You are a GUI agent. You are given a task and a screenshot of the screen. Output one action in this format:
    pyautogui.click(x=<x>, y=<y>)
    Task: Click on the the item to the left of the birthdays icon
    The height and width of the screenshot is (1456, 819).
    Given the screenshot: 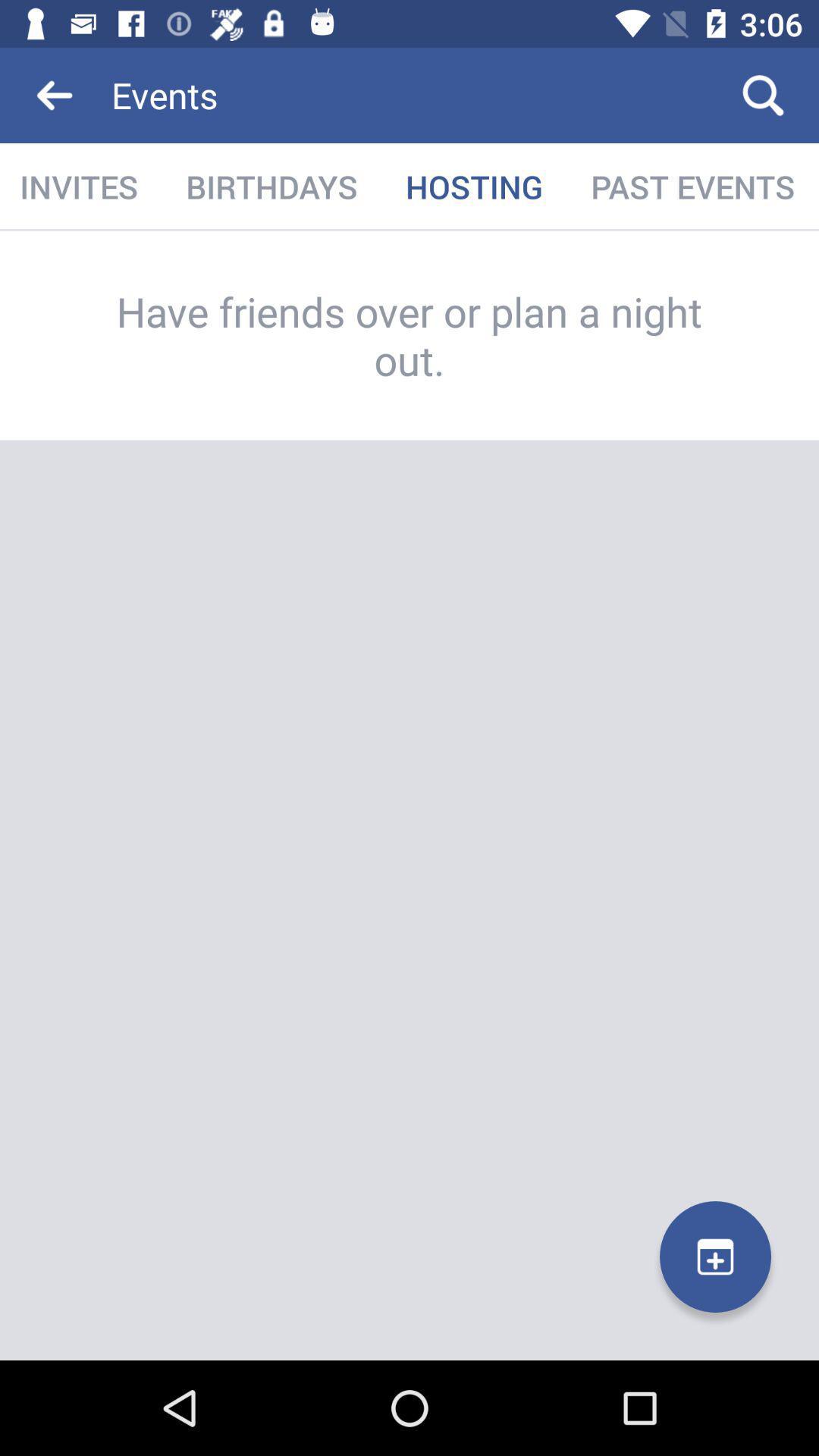 What is the action you would take?
    pyautogui.click(x=80, y=186)
    